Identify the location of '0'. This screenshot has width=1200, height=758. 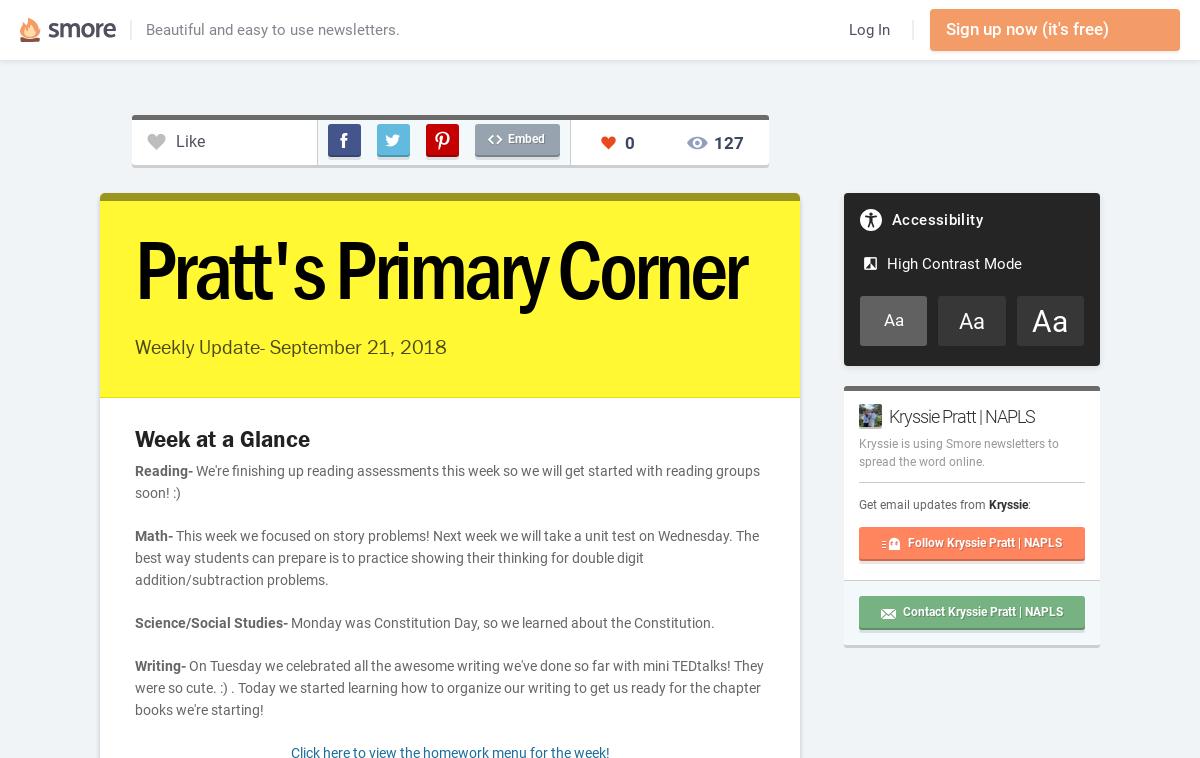
(629, 140).